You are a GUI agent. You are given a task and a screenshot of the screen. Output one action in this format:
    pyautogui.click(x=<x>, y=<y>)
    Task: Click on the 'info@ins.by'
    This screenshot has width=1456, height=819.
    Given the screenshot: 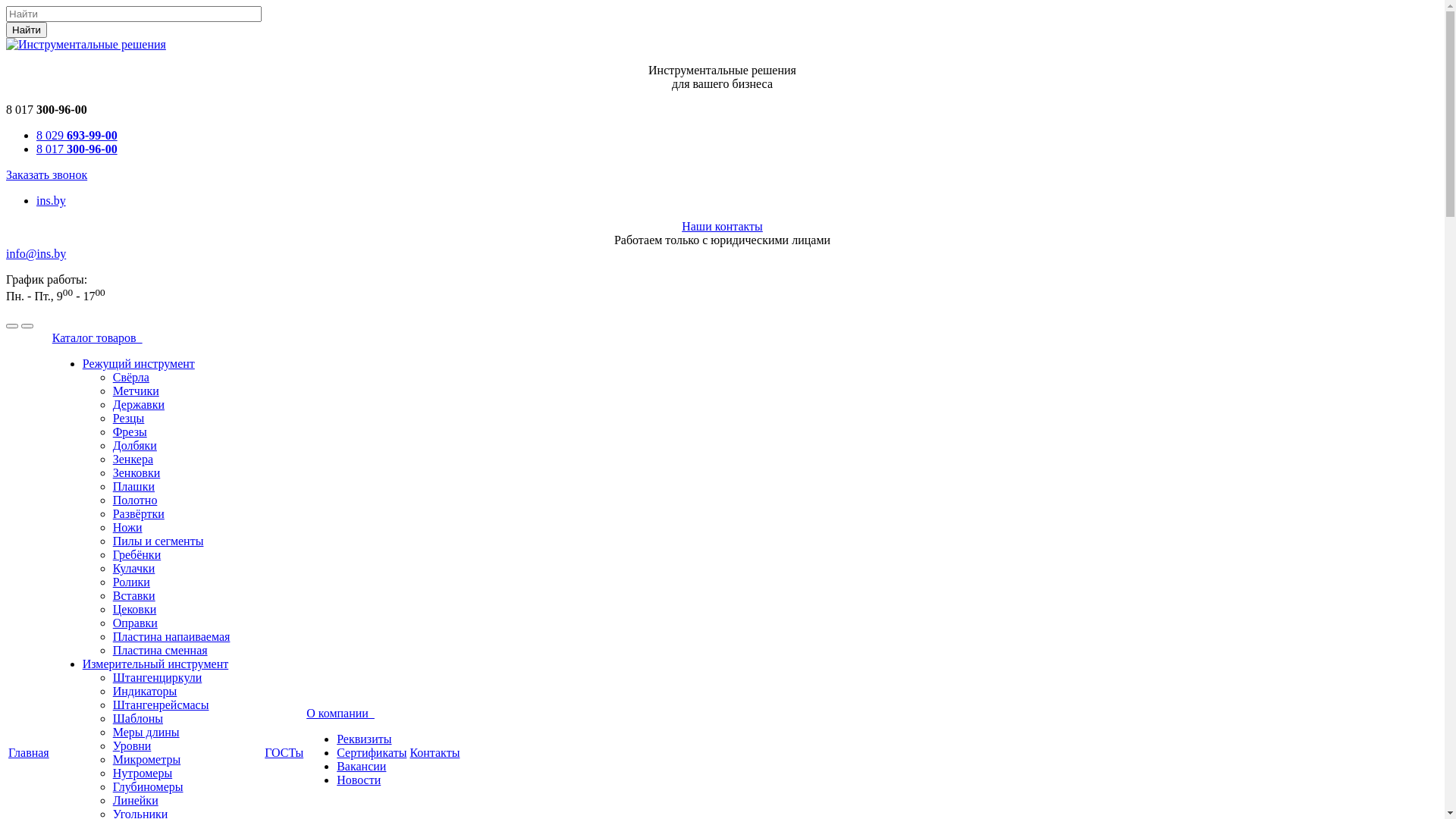 What is the action you would take?
    pyautogui.click(x=36, y=253)
    